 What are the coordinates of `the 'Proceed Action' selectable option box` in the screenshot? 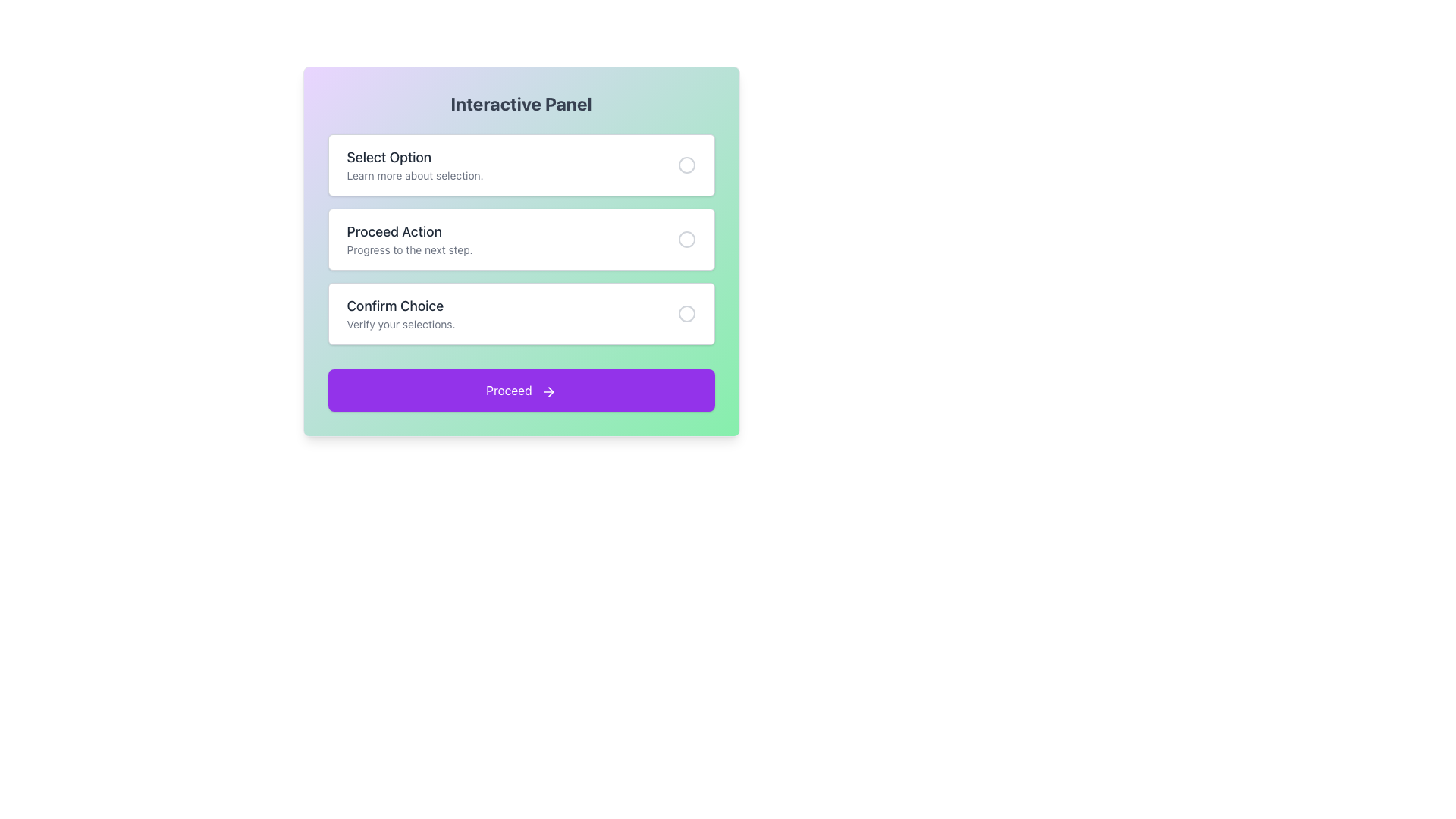 It's located at (521, 239).